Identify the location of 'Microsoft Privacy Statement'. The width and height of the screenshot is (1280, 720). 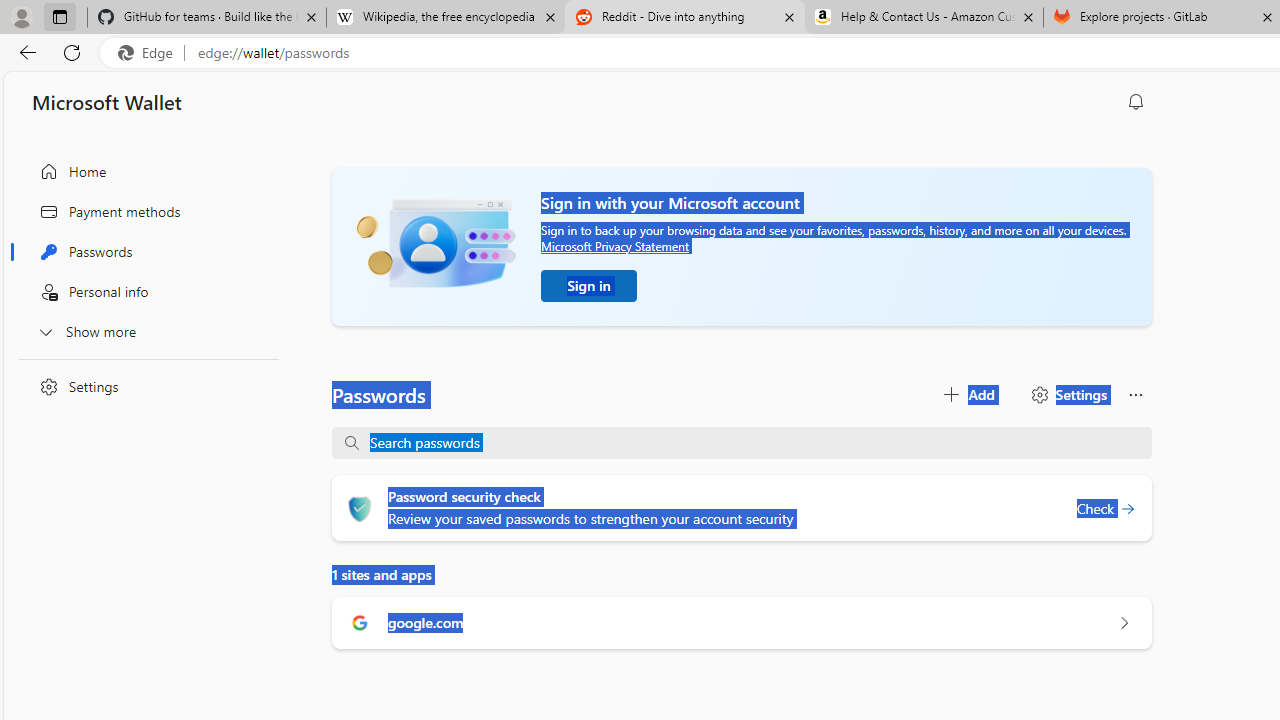
(614, 245).